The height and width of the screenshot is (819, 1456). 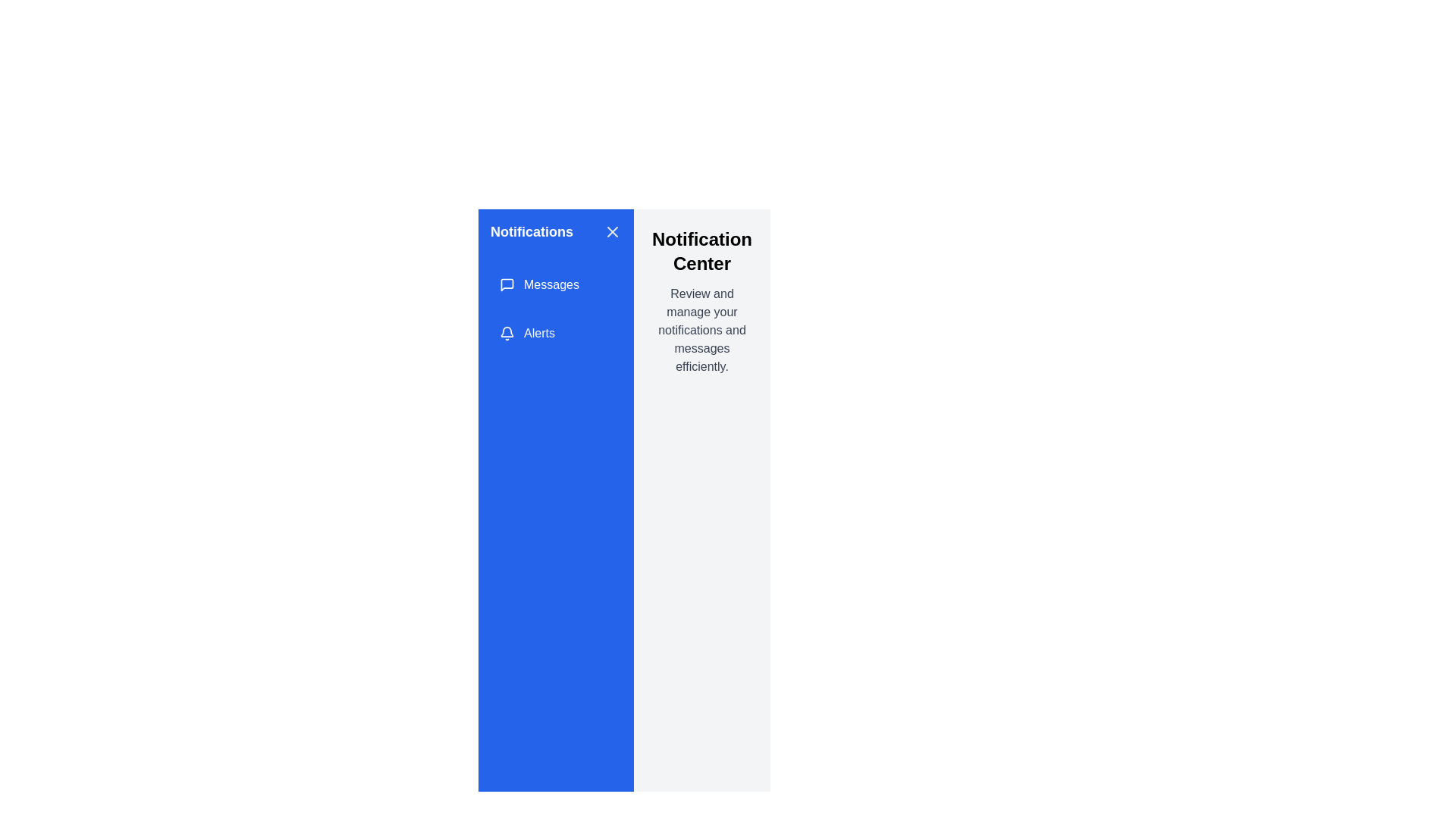 I want to click on the 'Alerts' text label displayed in white against a blue background, which is positioned next to a notification bell icon in the sidebar, so click(x=539, y=332).